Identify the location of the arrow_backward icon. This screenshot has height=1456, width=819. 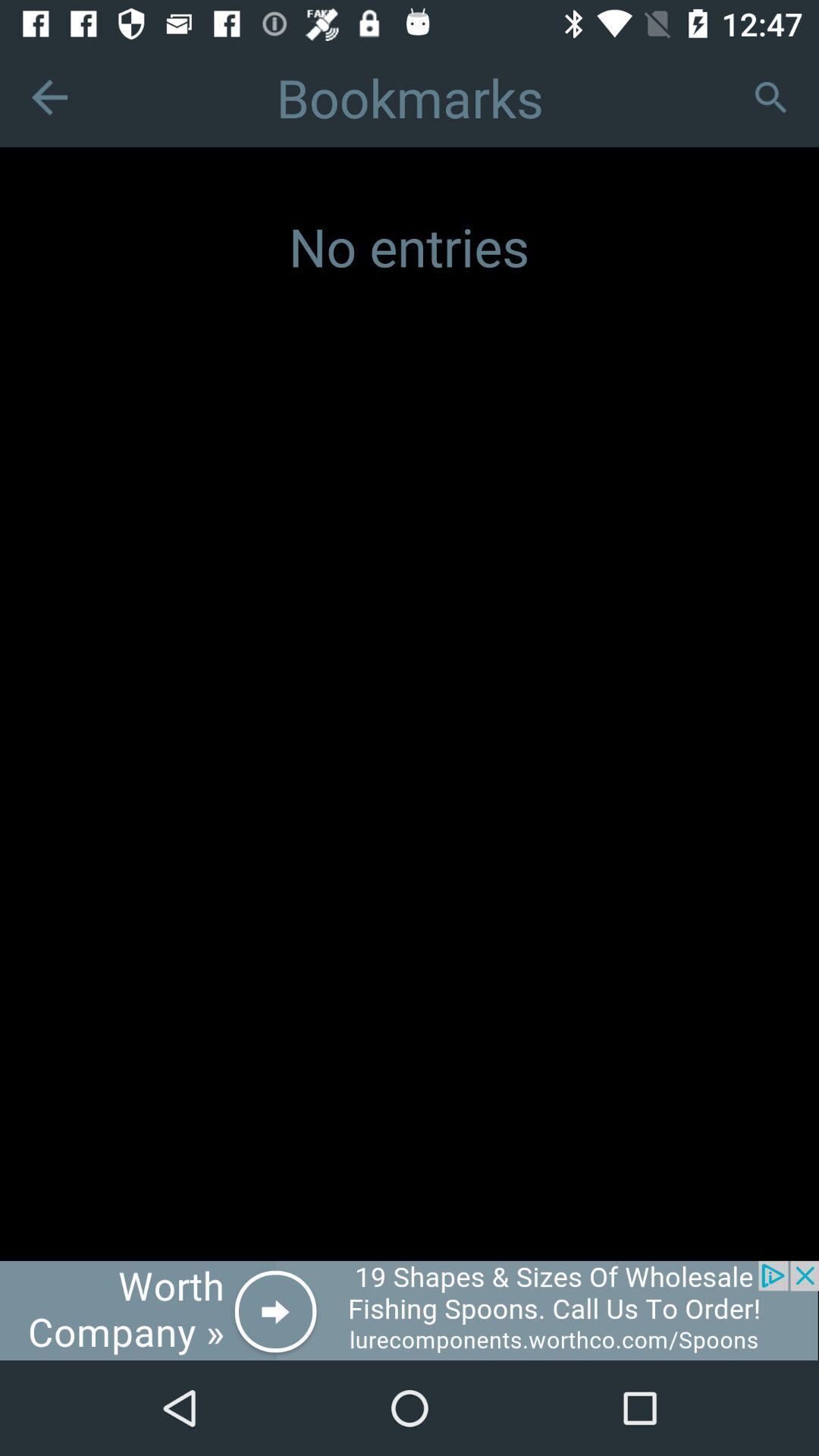
(49, 96).